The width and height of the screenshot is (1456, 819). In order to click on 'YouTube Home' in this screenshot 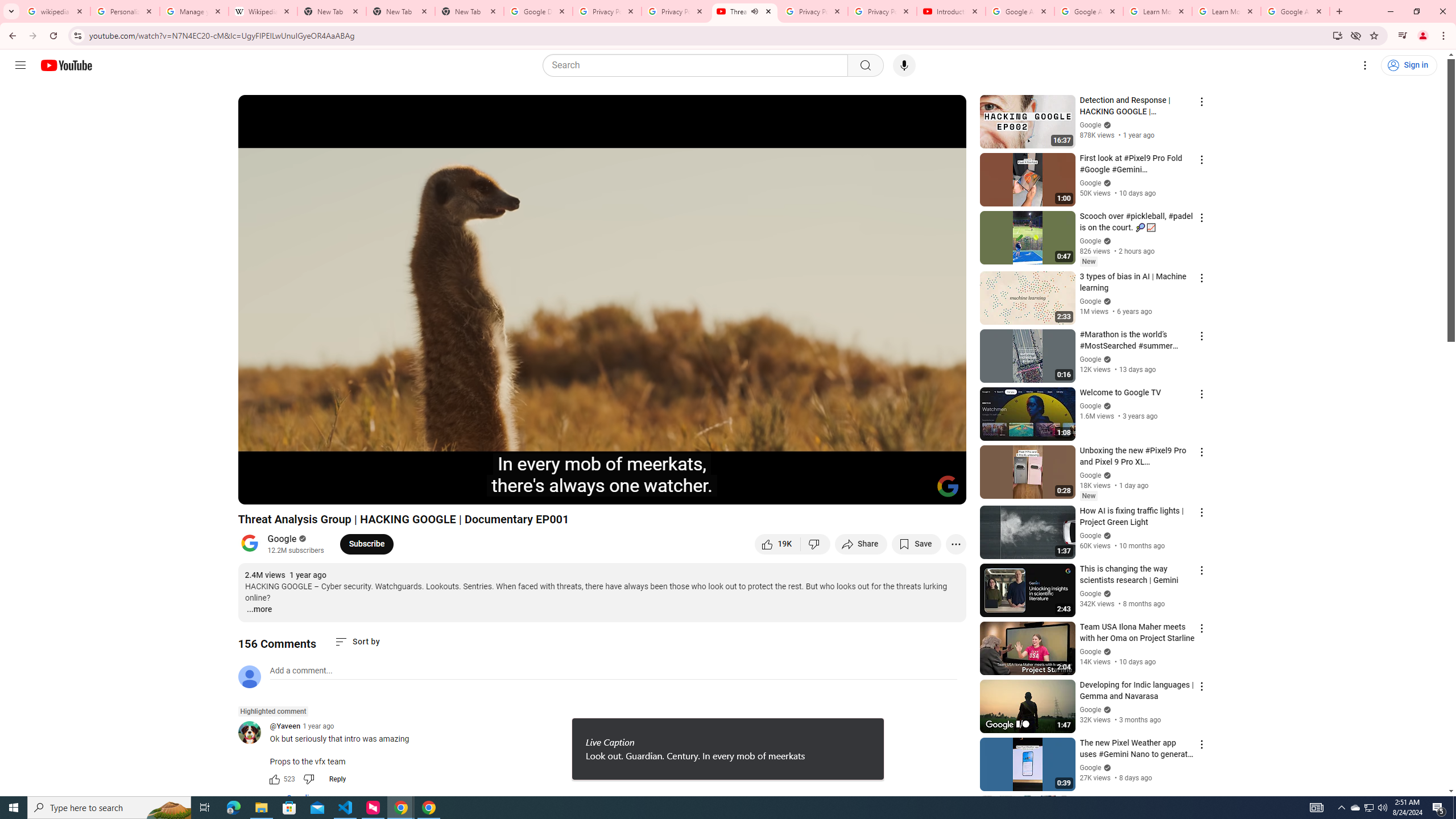, I will do `click(65, 65)`.